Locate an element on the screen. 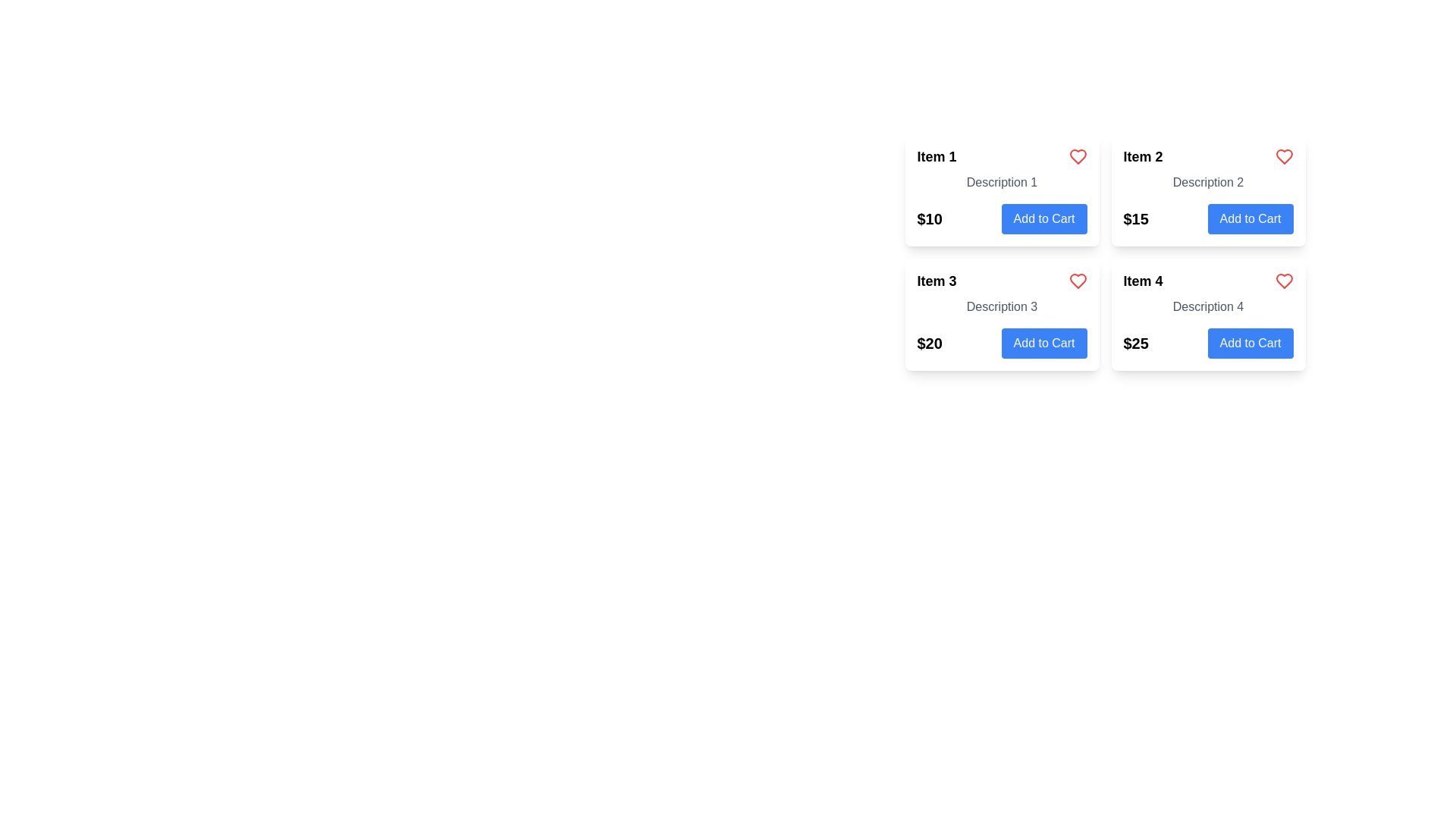 This screenshot has height=819, width=1456. the secondary descriptive text label for 'Item 2' located beneath the main title text in the card labeled 'Item 2' is located at coordinates (1207, 181).